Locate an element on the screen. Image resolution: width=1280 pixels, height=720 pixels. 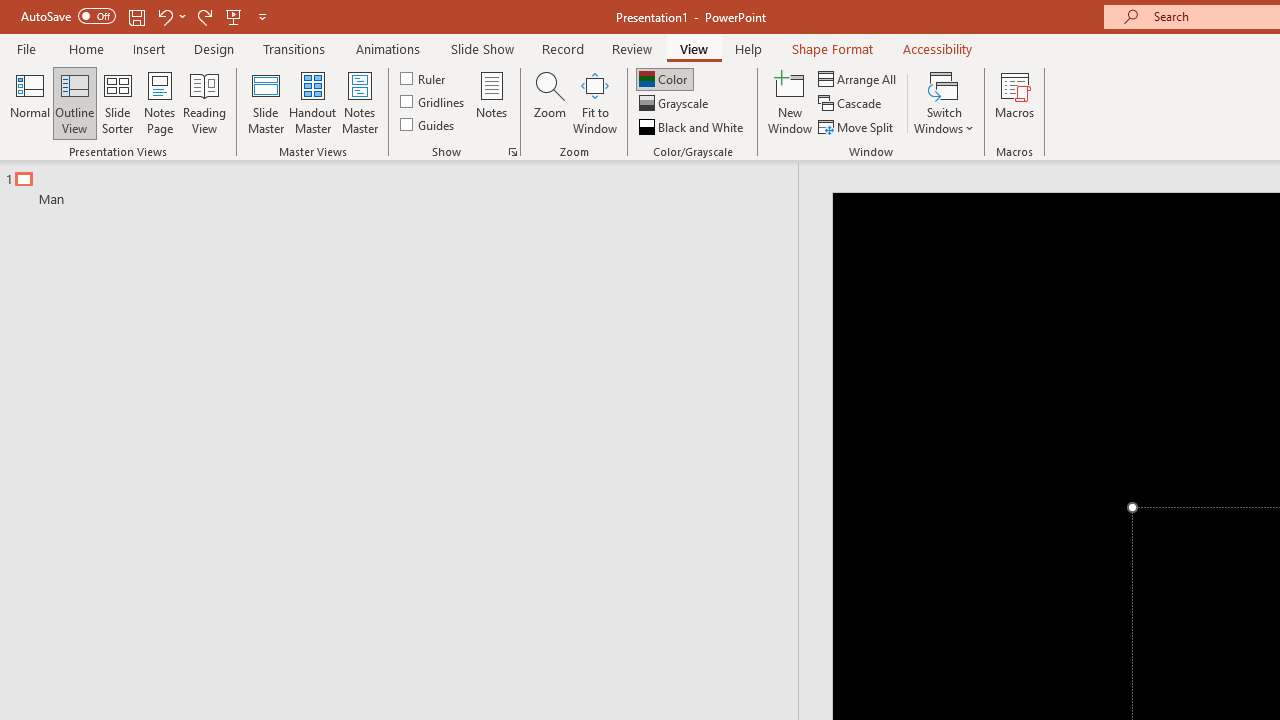
'Outline View' is located at coordinates (74, 103).